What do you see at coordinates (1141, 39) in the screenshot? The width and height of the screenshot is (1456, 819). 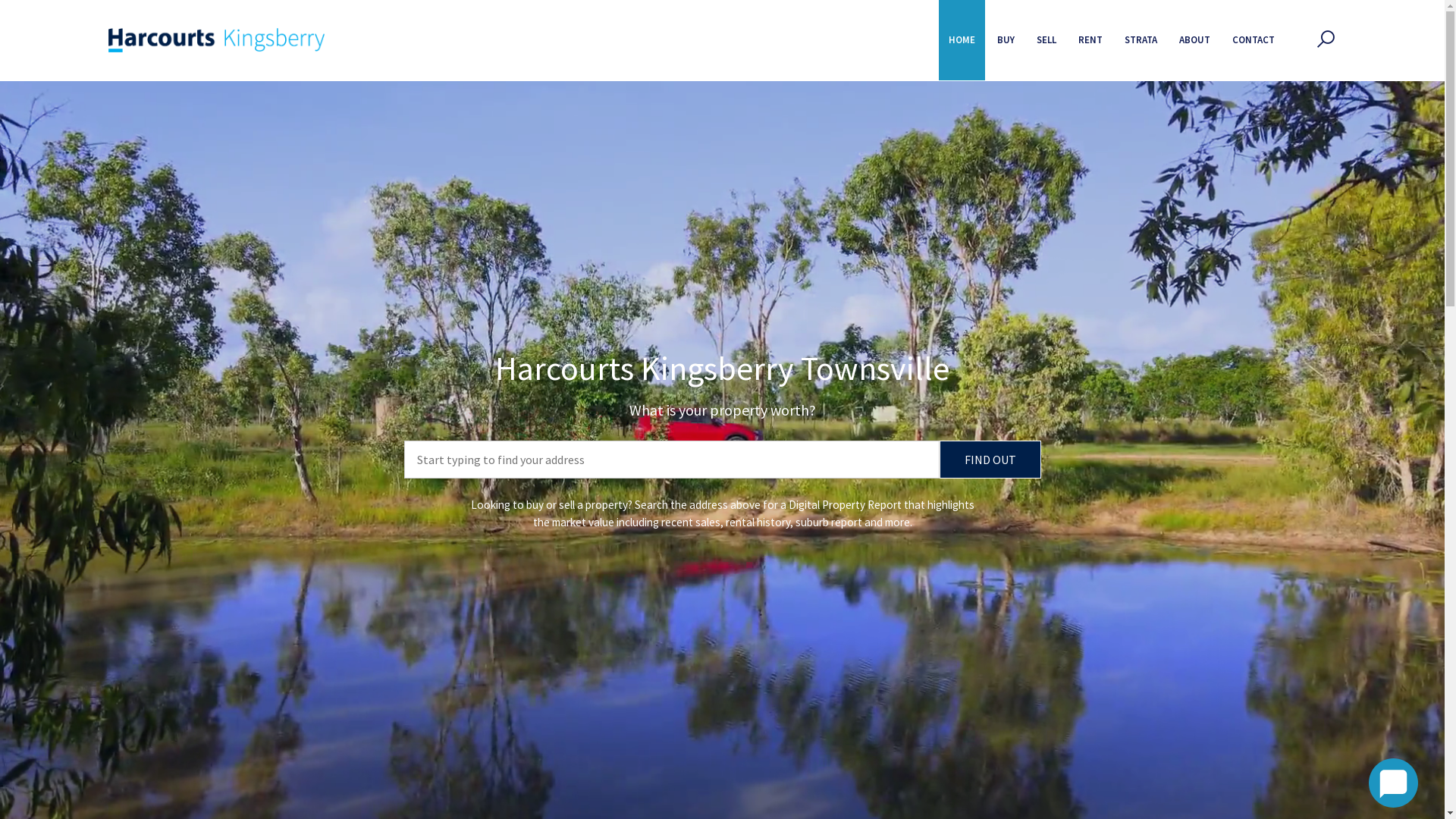 I see `'STRATA'` at bounding box center [1141, 39].